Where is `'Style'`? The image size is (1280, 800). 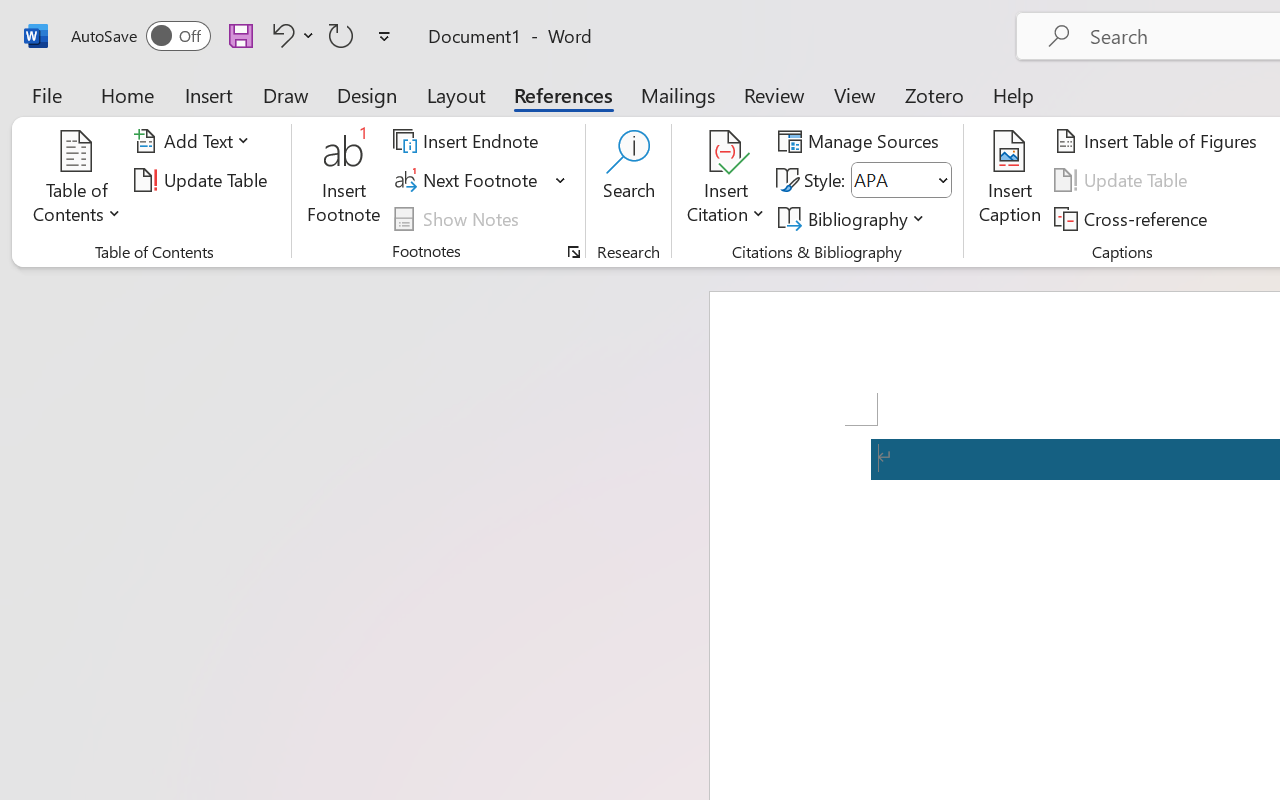 'Style' is located at coordinates (900, 179).